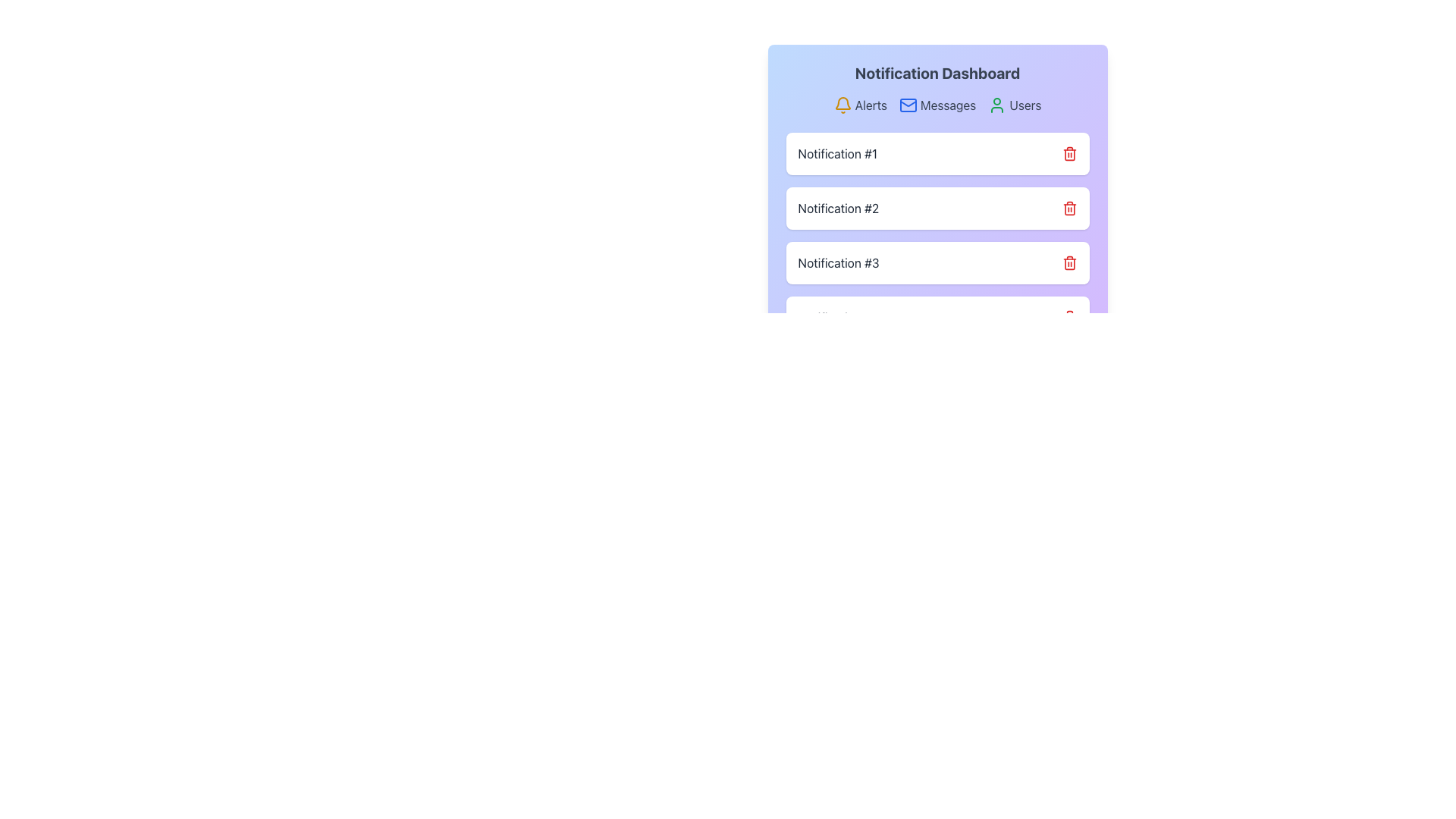 The height and width of the screenshot is (819, 1456). What do you see at coordinates (908, 104) in the screenshot?
I see `the blue-colored envelope-shaped icon located in the horizontal menu bar, positioned between the yellow bell icon labeled 'Alerts' and the user icon labeled 'Users'` at bounding box center [908, 104].